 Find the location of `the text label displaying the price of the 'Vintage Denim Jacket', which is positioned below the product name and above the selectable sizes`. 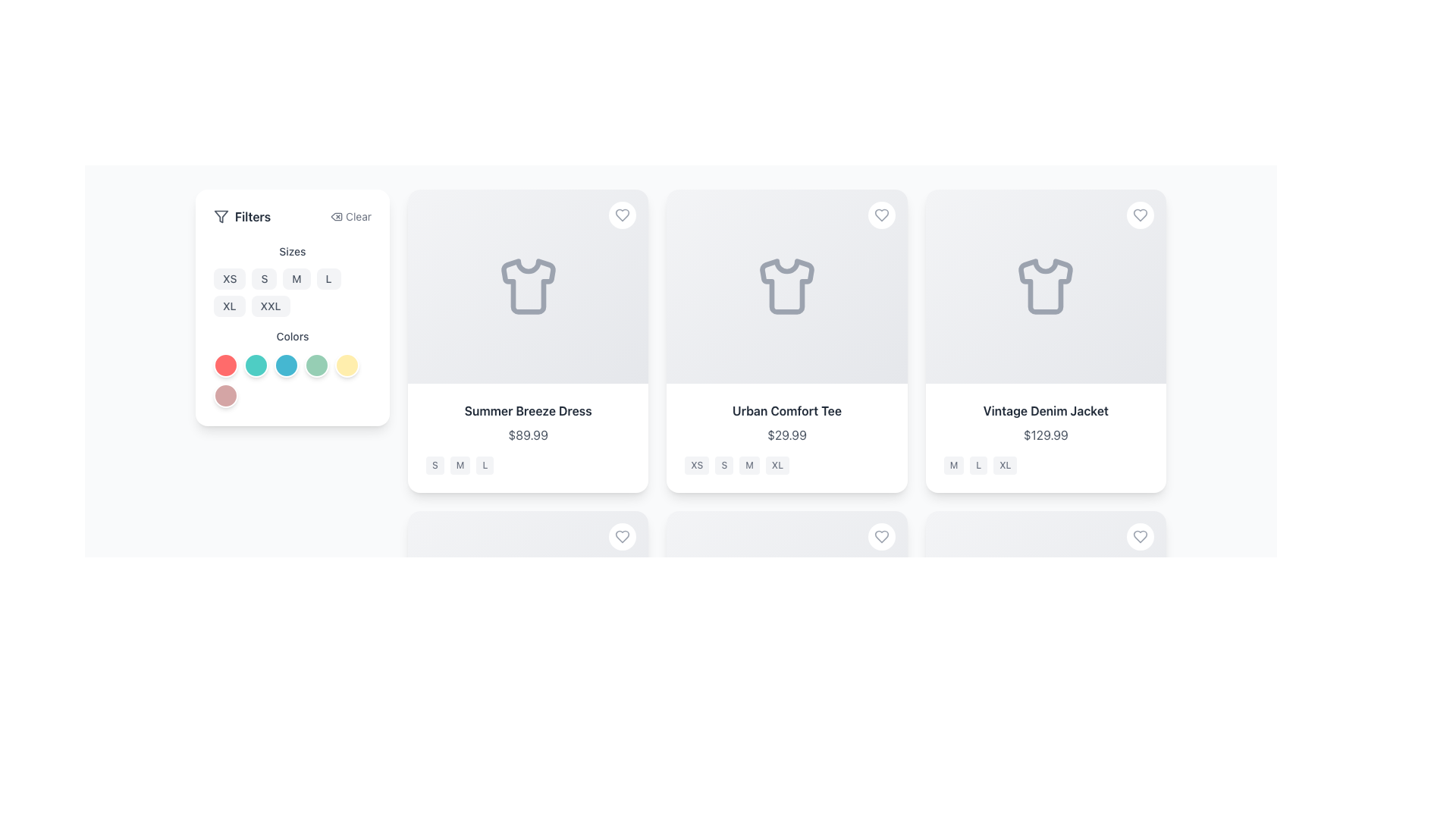

the text label displaying the price of the 'Vintage Denim Jacket', which is positioned below the product name and above the selectable sizes is located at coordinates (1045, 435).